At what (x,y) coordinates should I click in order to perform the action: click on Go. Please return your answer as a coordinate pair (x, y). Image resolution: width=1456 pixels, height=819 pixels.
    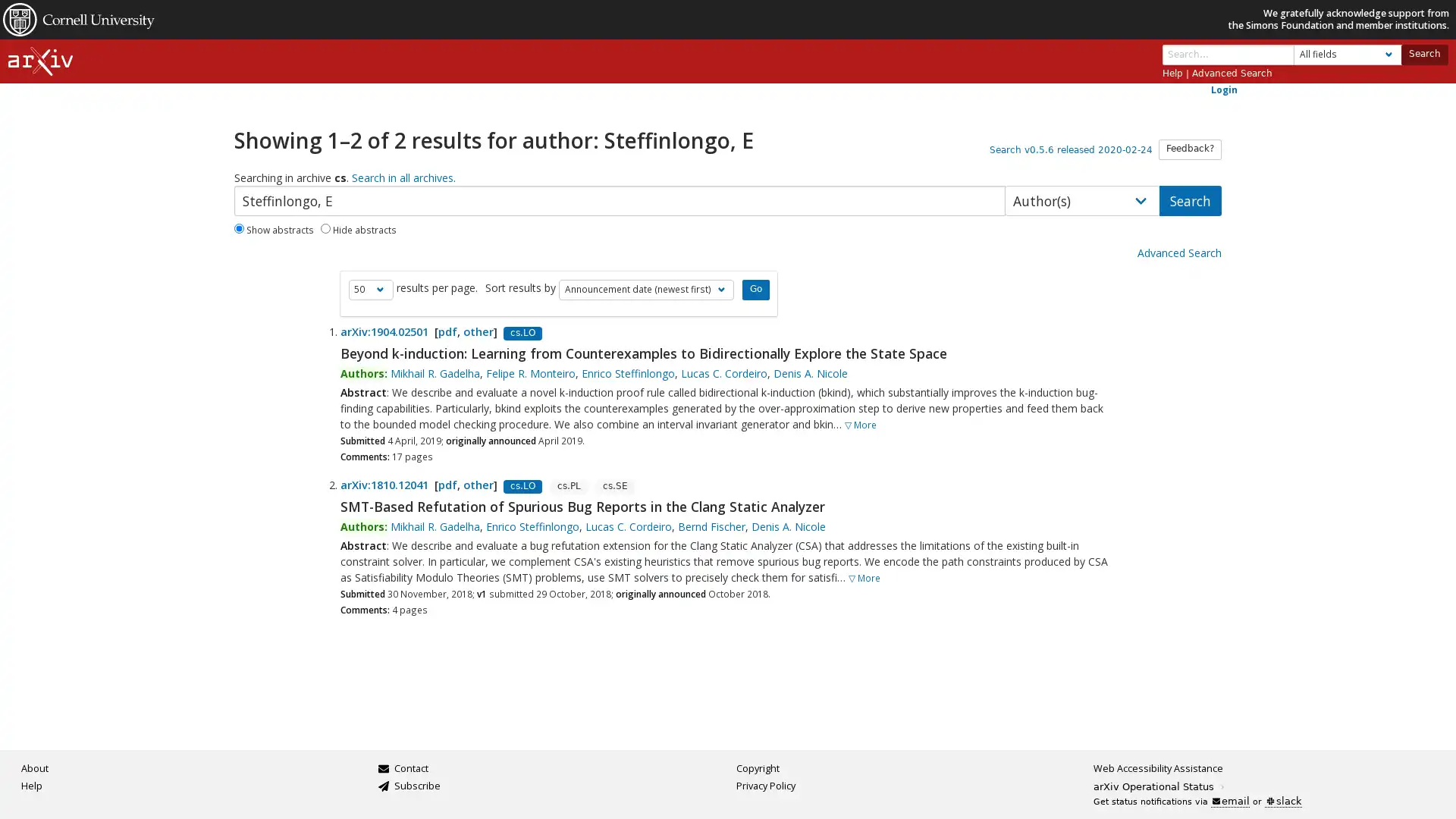
    Looking at the image, I should click on (755, 289).